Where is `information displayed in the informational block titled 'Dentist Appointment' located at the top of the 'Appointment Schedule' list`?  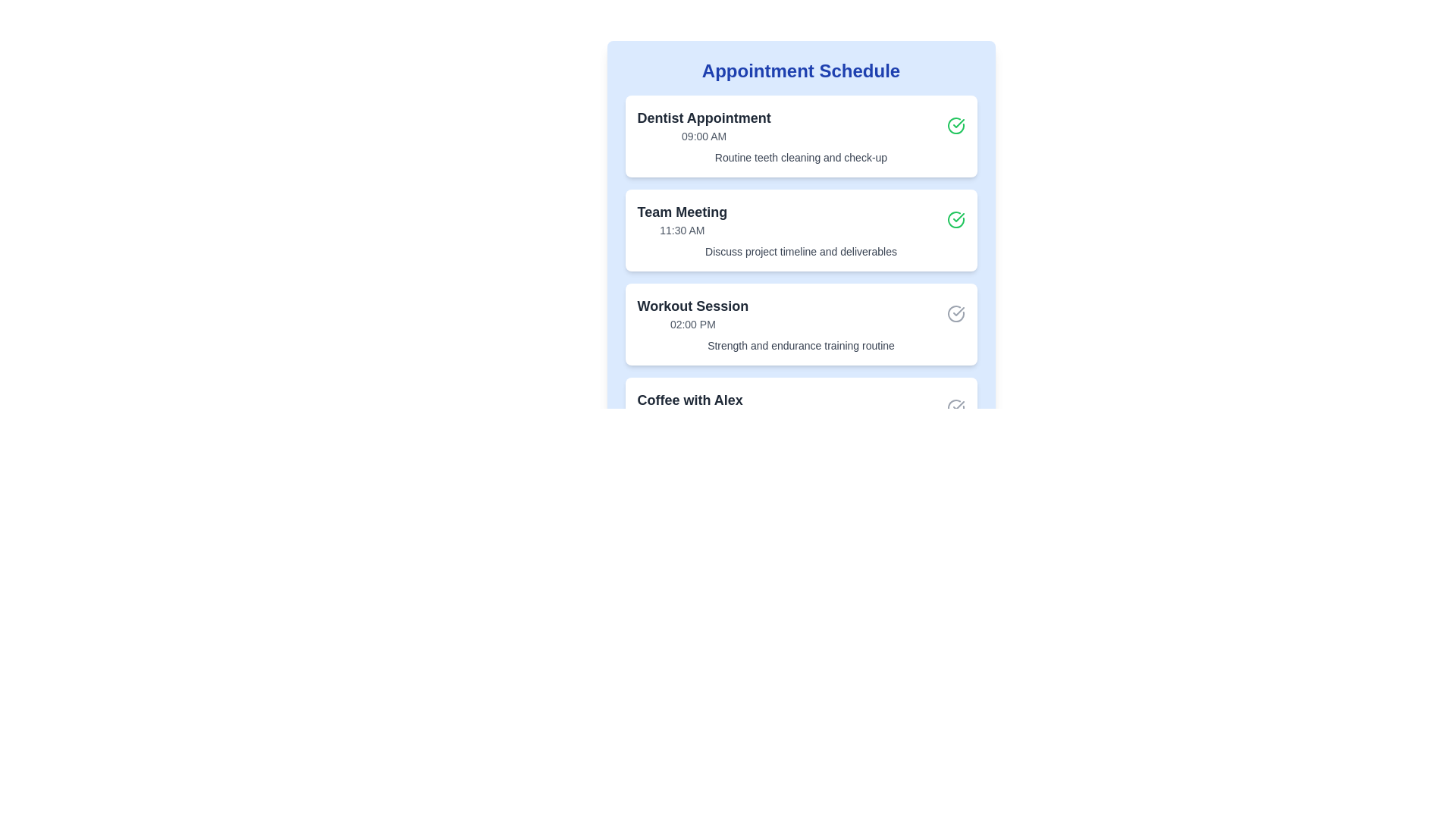
information displayed in the informational block titled 'Dentist Appointment' located at the top of the 'Appointment Schedule' list is located at coordinates (800, 124).